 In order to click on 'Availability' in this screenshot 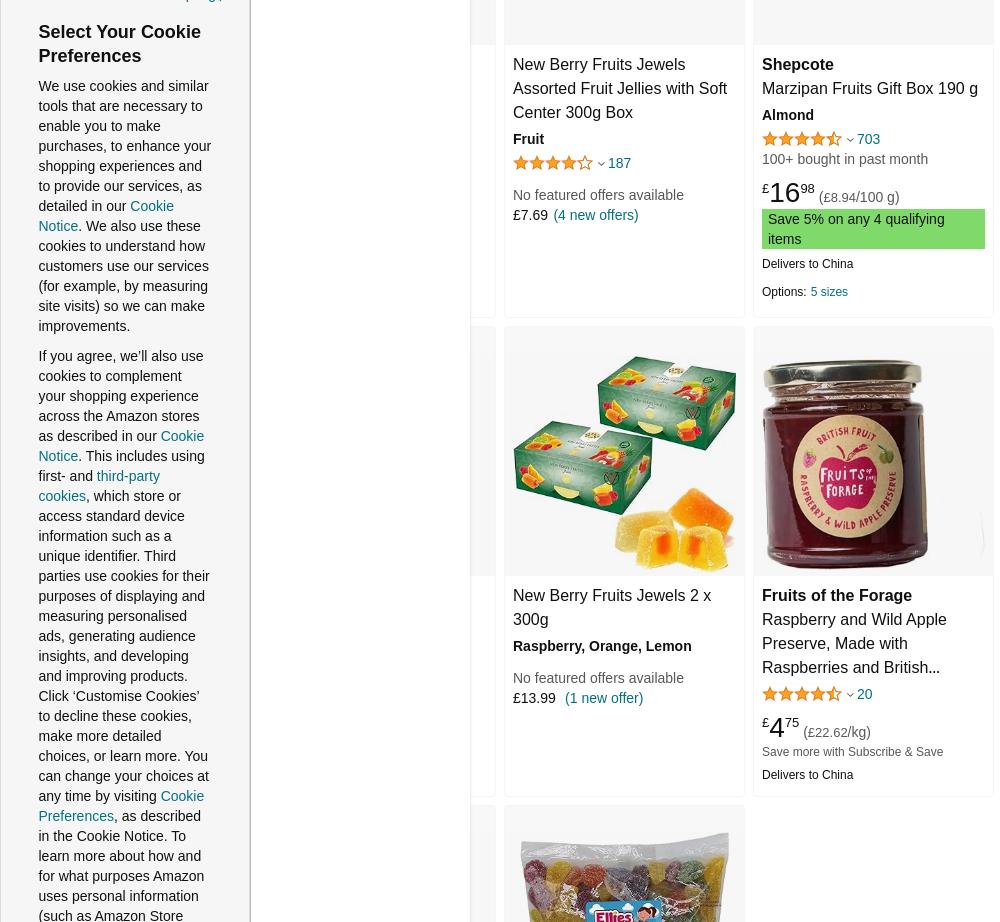, I will do `click(42, 137)`.